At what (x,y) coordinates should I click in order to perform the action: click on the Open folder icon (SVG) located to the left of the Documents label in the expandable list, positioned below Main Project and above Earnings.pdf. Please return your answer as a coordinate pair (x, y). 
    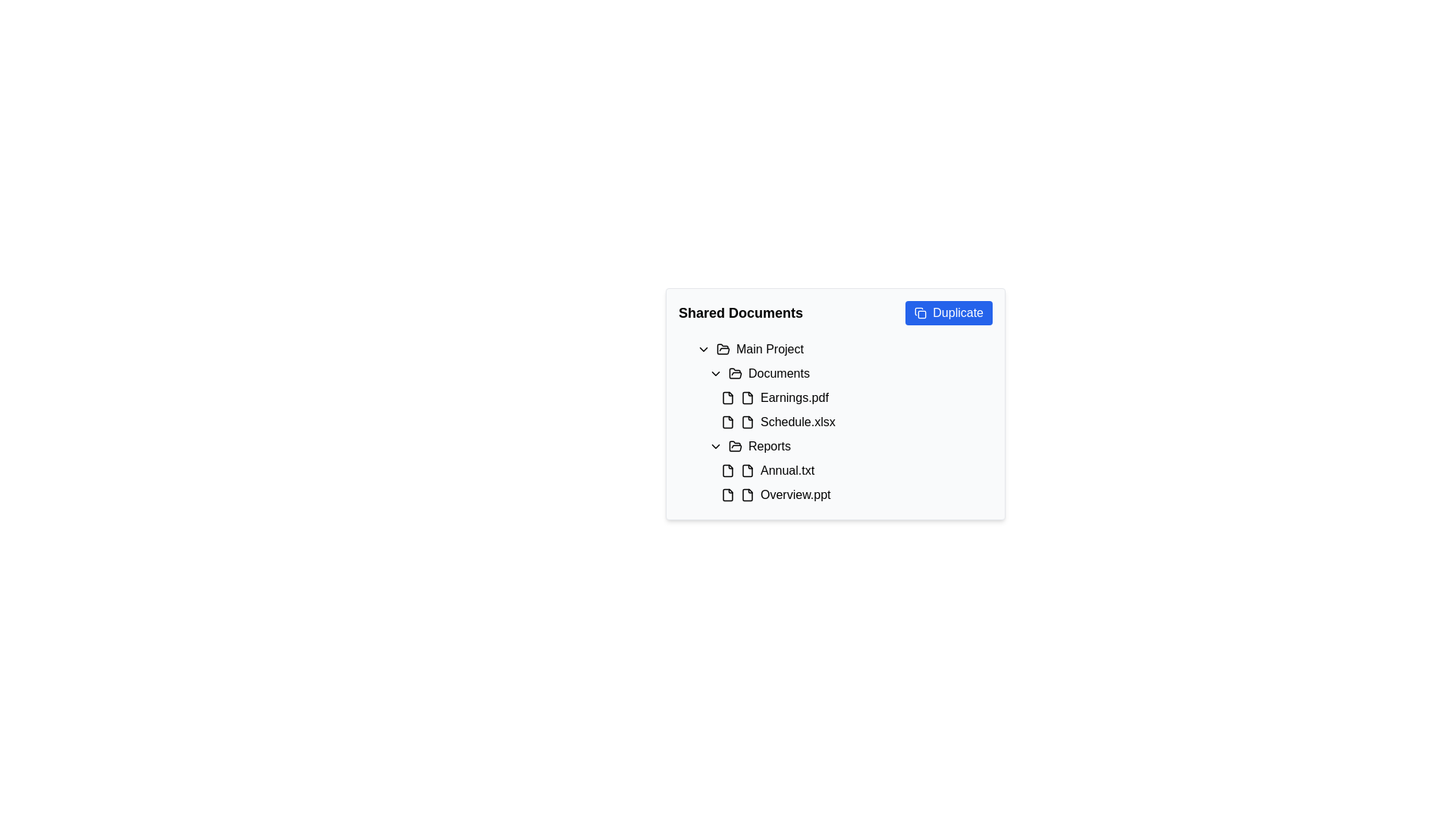
    Looking at the image, I should click on (735, 374).